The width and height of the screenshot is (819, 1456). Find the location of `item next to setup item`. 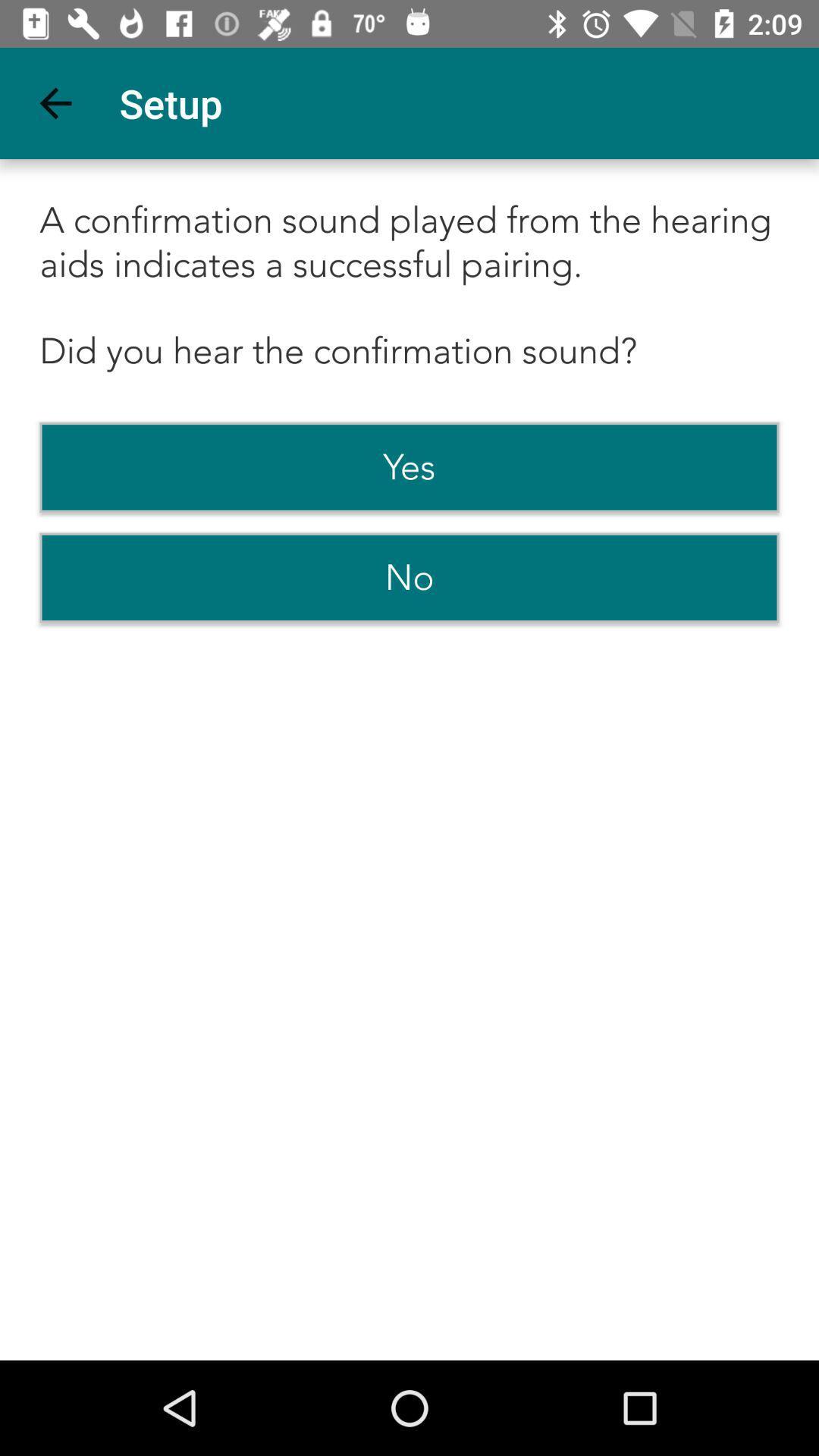

item next to setup item is located at coordinates (55, 102).